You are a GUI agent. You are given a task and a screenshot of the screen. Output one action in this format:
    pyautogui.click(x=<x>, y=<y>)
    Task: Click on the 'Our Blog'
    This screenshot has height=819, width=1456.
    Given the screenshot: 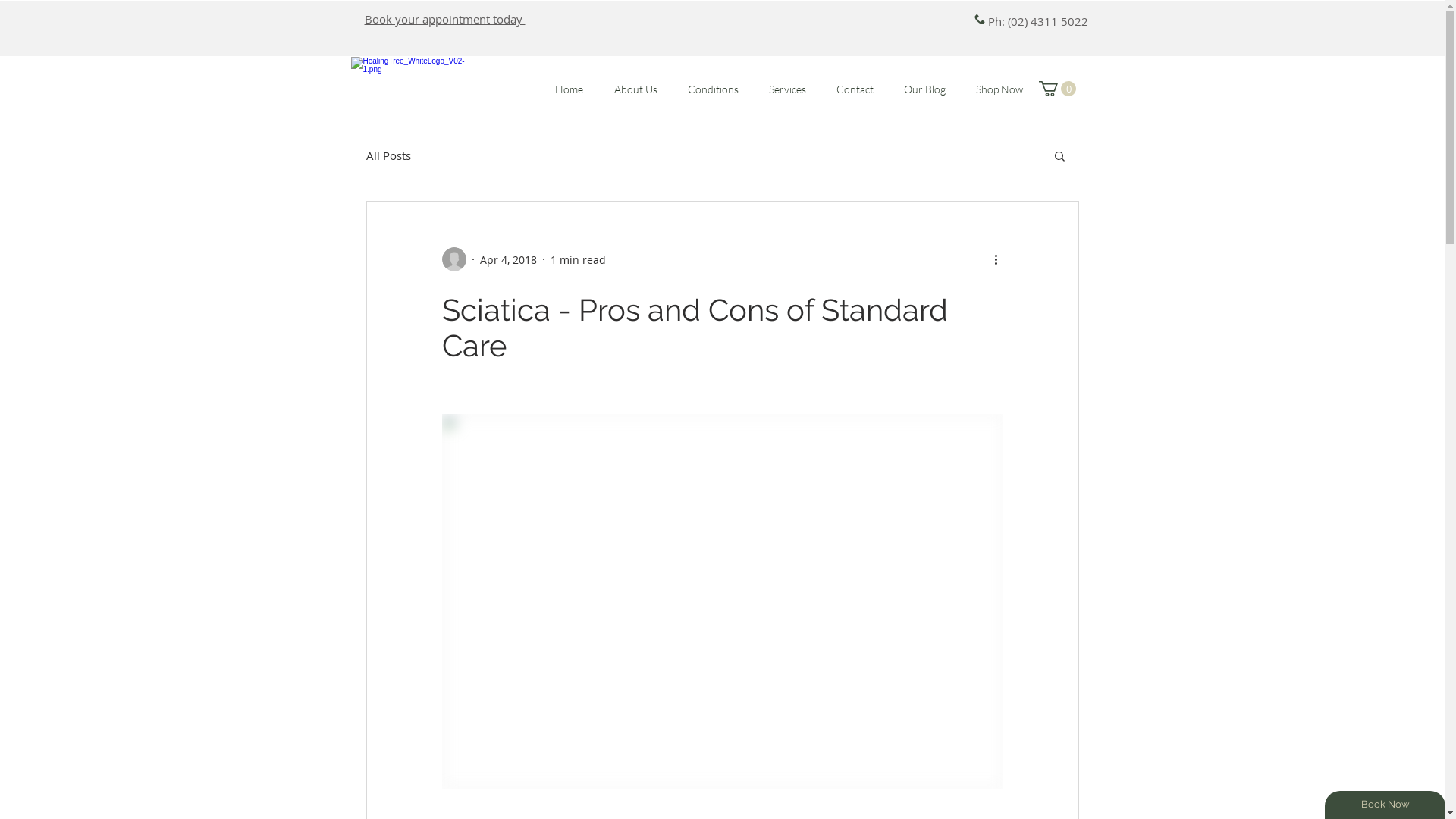 What is the action you would take?
    pyautogui.click(x=924, y=89)
    